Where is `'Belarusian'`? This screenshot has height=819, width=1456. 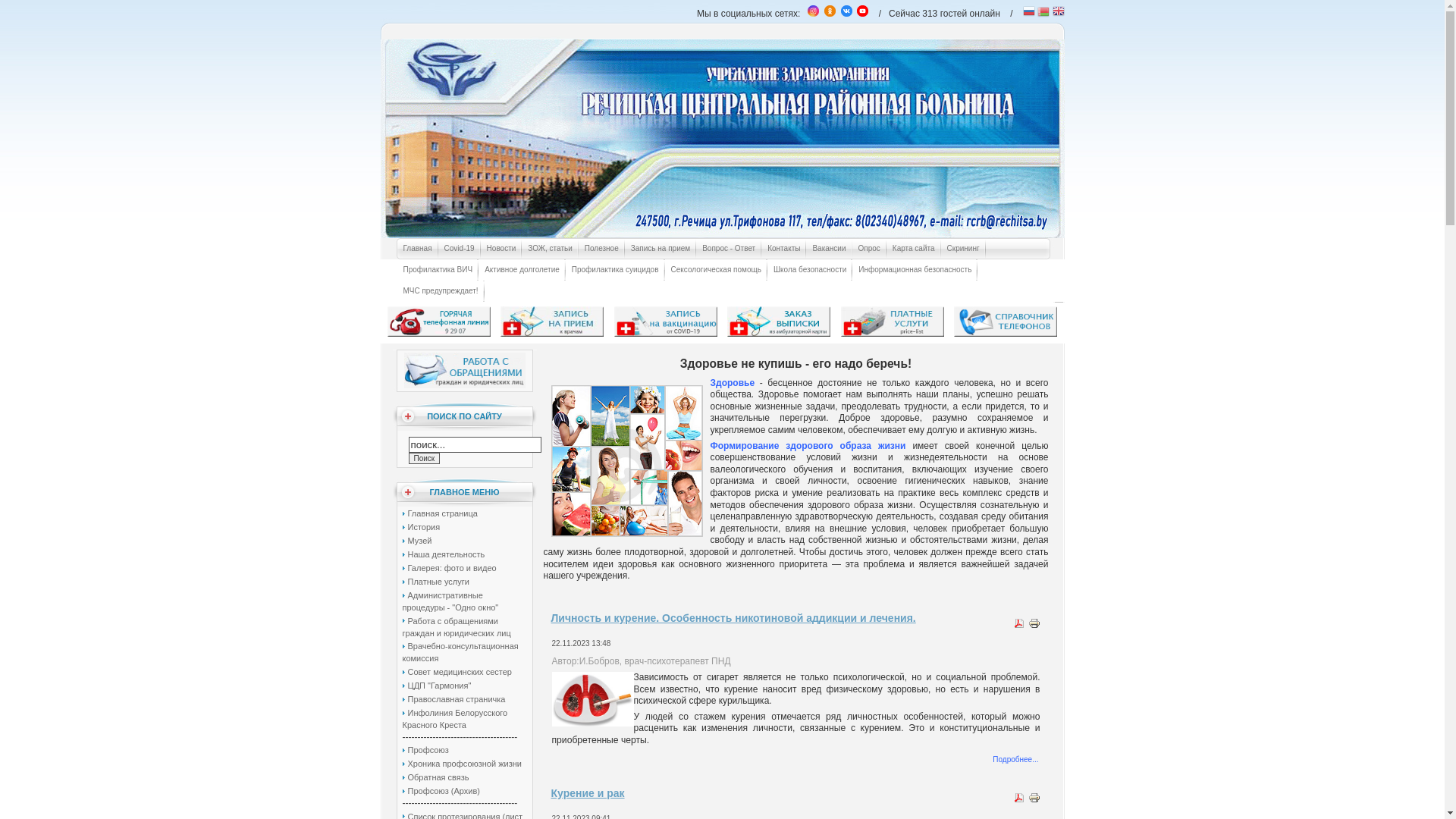
'Belarusian' is located at coordinates (1043, 12).